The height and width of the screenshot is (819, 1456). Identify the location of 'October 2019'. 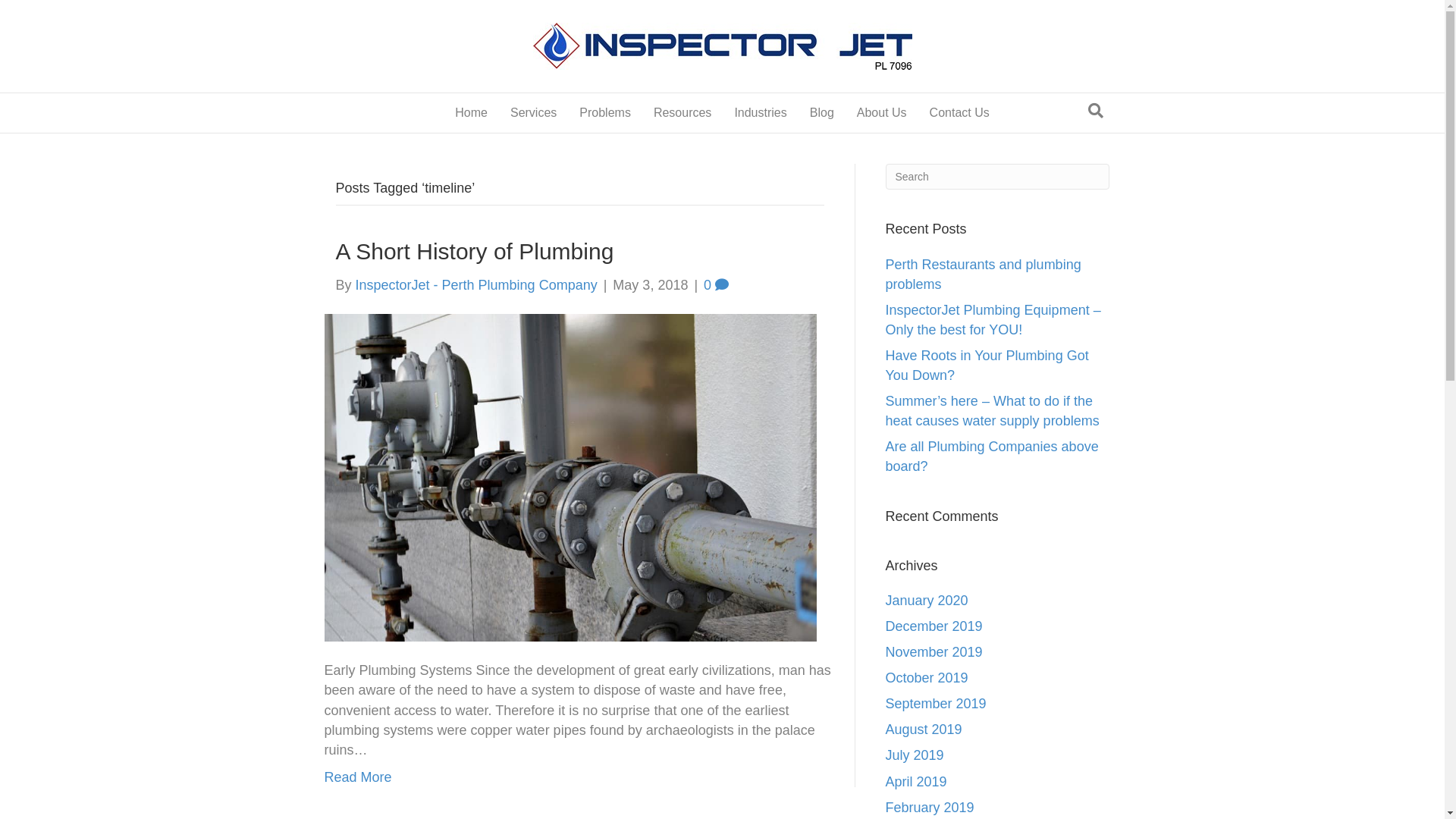
(885, 677).